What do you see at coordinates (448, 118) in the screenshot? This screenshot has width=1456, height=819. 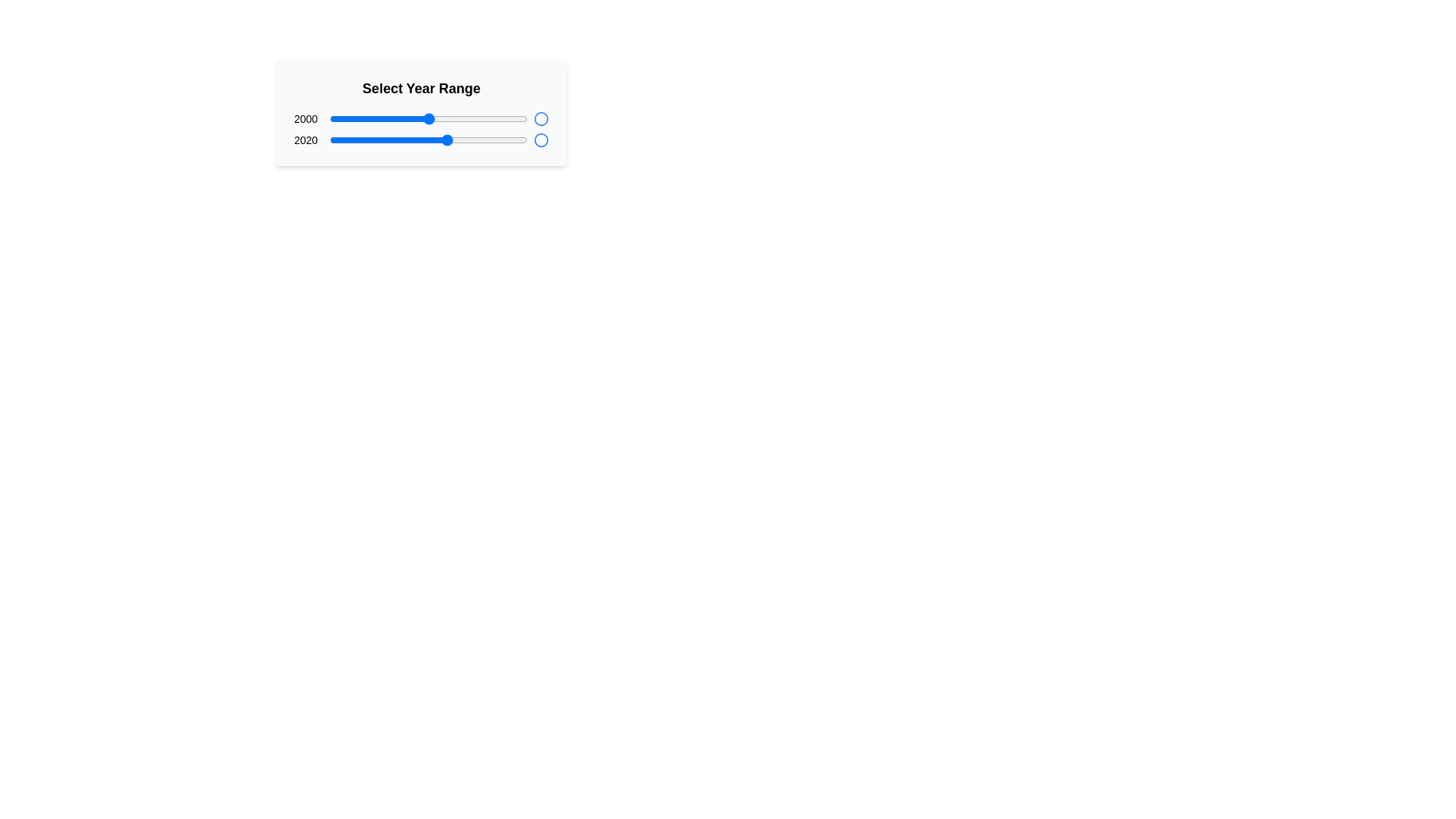 I see `the year` at bounding box center [448, 118].